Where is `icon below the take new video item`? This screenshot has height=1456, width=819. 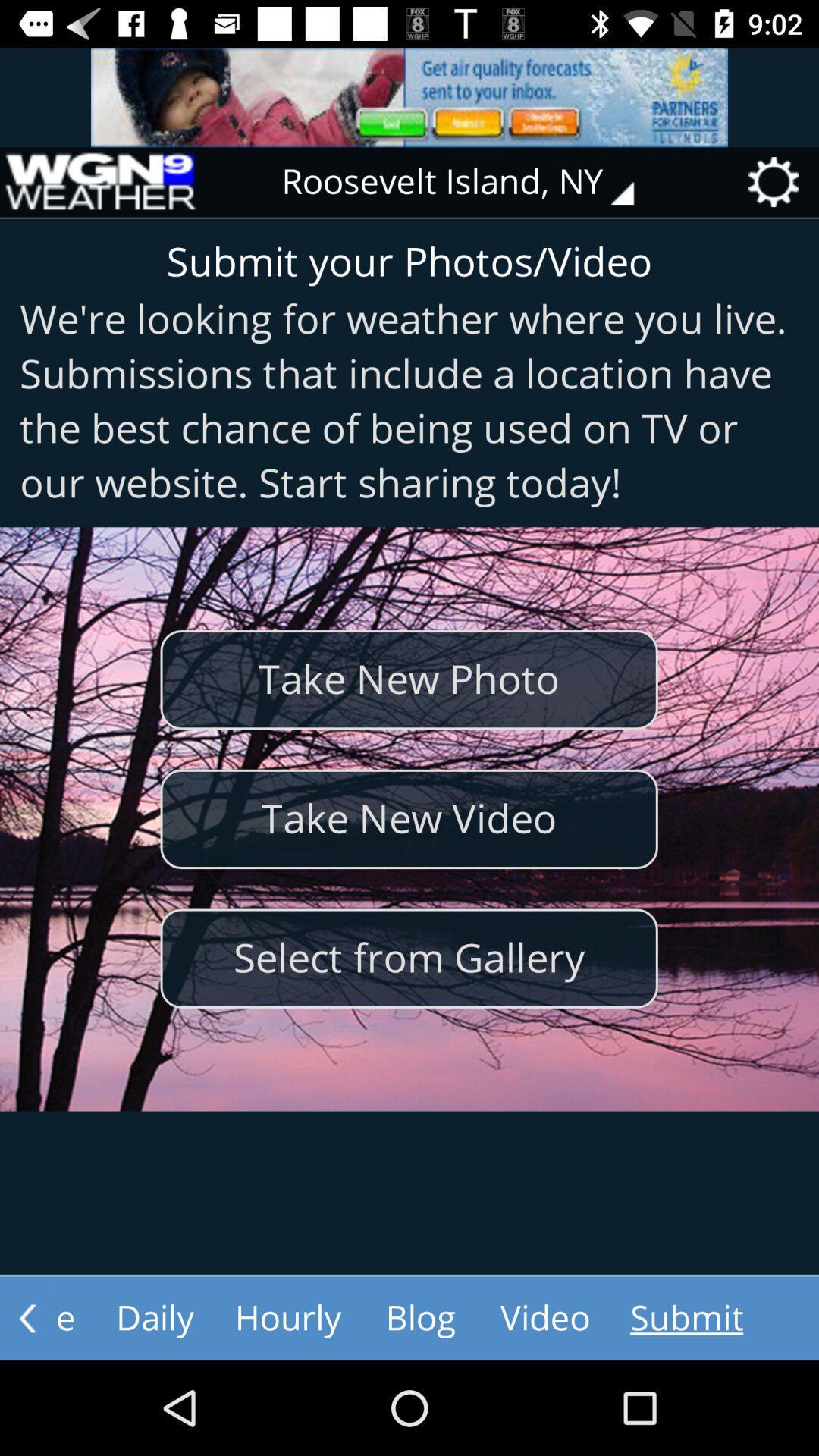 icon below the take new video item is located at coordinates (408, 958).